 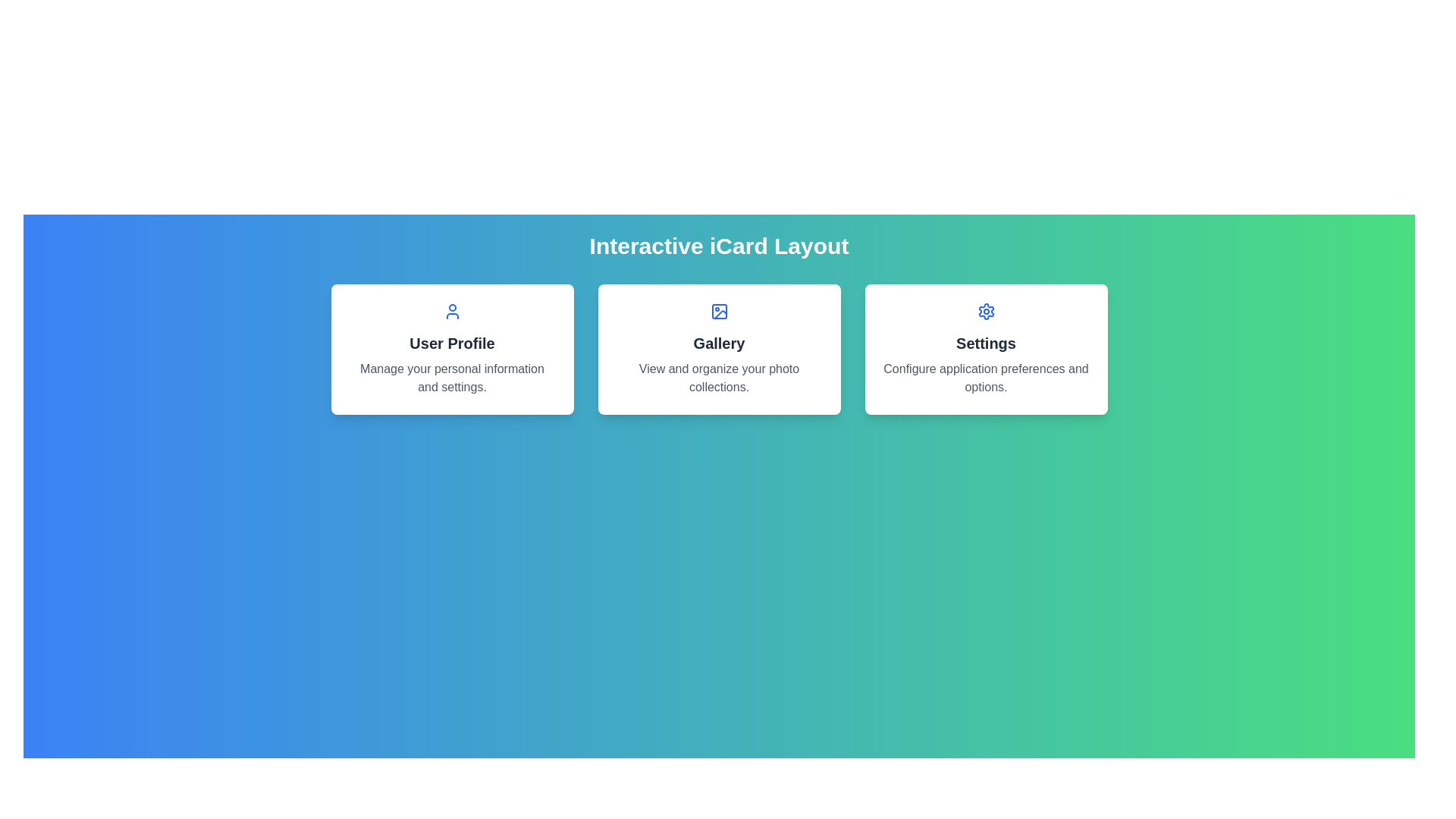 I want to click on the Decorative icon that symbolizes a user or profile, located at the top of the 'User Profile' card, so click(x=451, y=311).